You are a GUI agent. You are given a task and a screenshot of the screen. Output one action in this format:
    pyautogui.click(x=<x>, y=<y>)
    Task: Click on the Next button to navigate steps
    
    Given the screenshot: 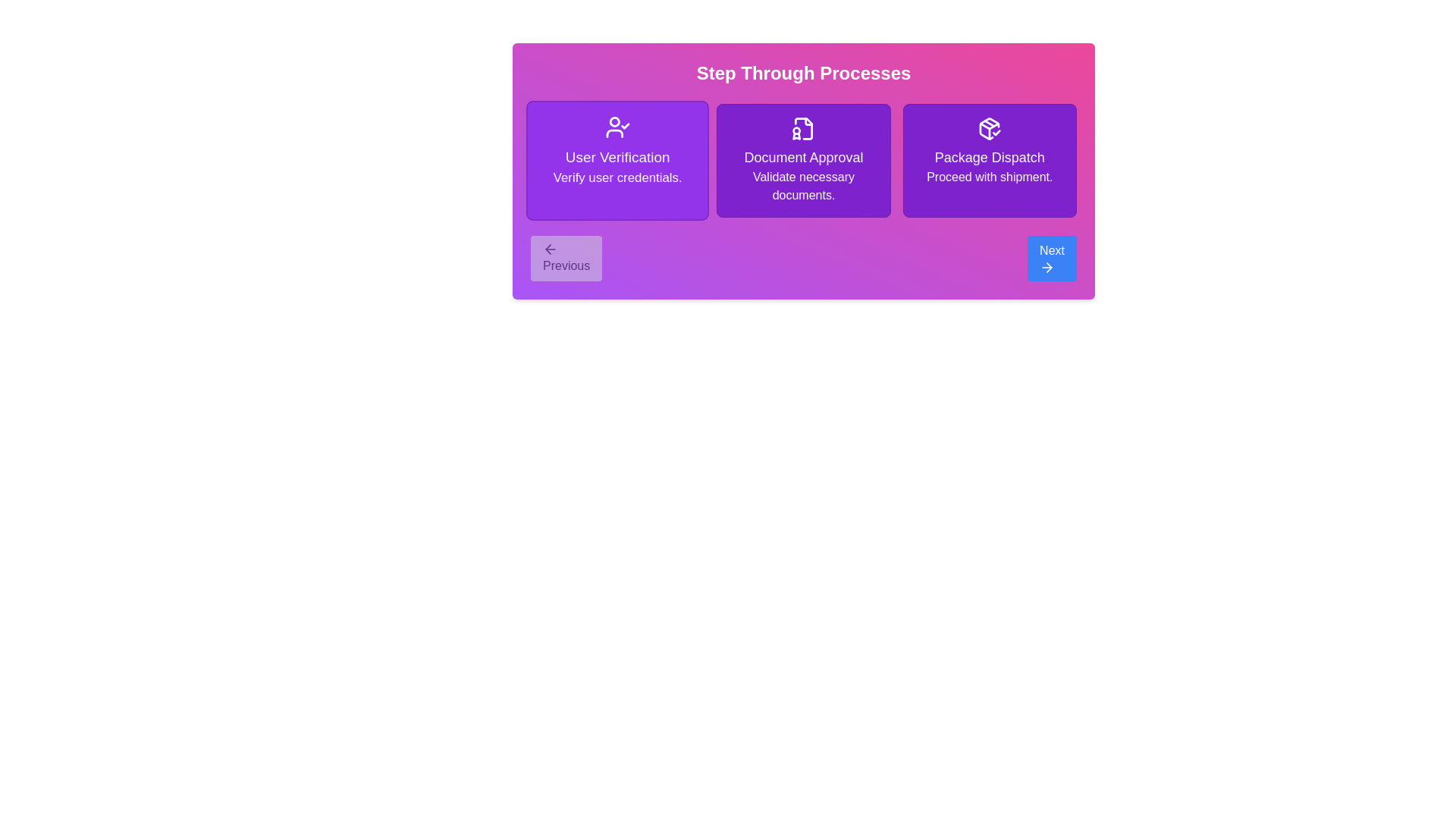 What is the action you would take?
    pyautogui.click(x=1051, y=257)
    